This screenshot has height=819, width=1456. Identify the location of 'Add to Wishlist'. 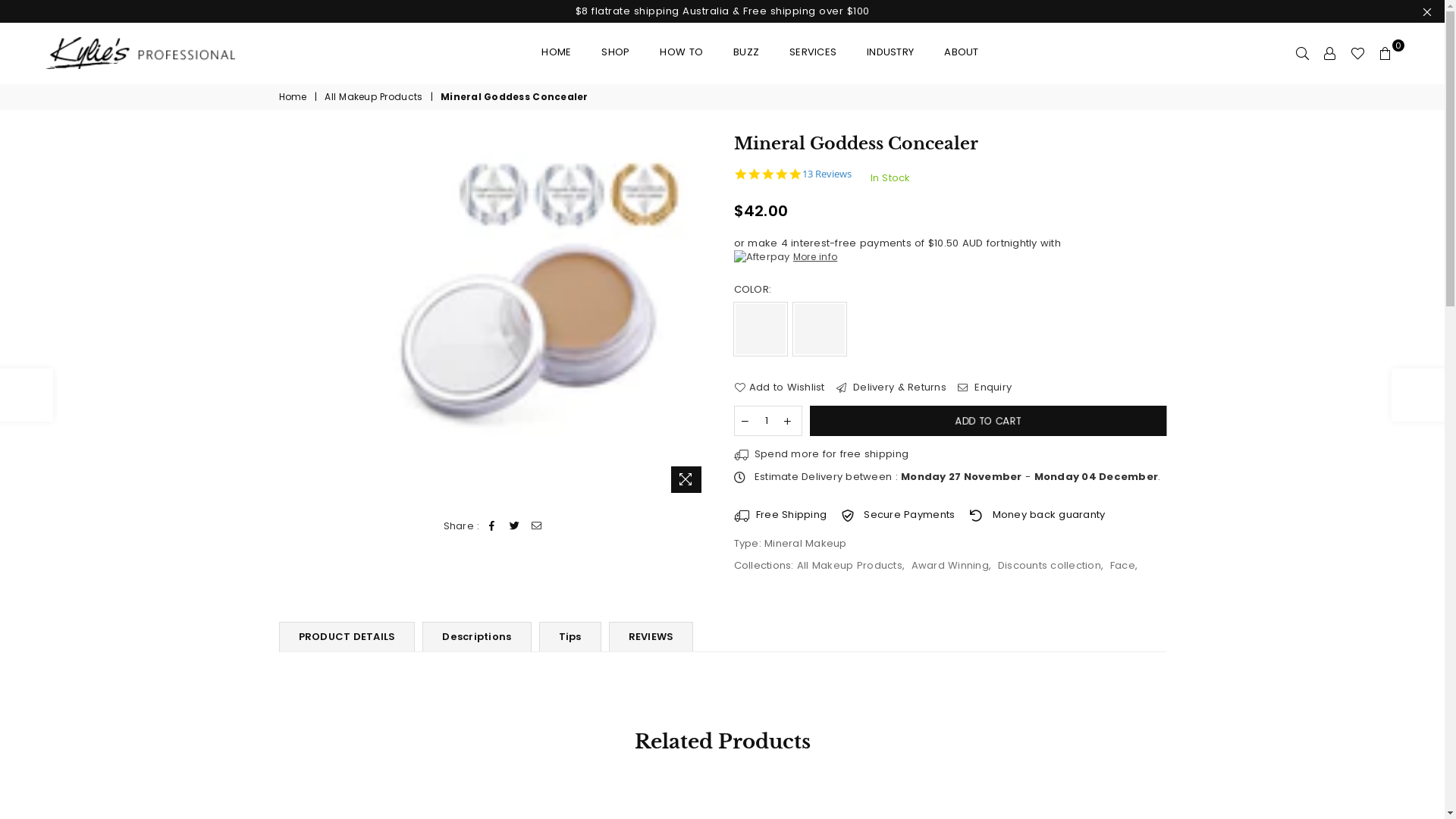
(779, 386).